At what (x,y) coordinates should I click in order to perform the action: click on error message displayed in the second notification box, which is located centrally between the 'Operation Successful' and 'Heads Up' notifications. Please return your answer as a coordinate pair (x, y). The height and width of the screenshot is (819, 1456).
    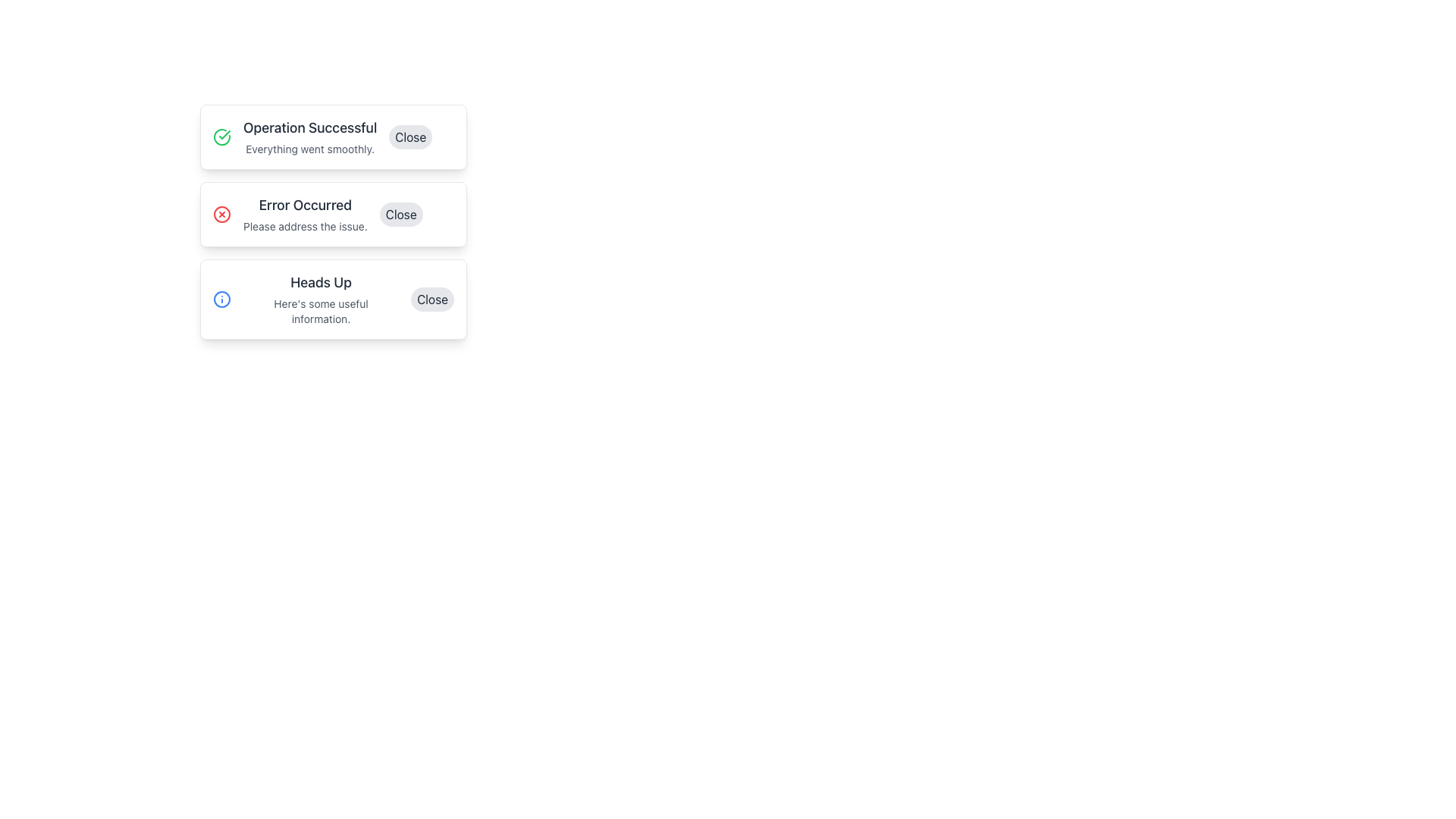
    Looking at the image, I should click on (304, 214).